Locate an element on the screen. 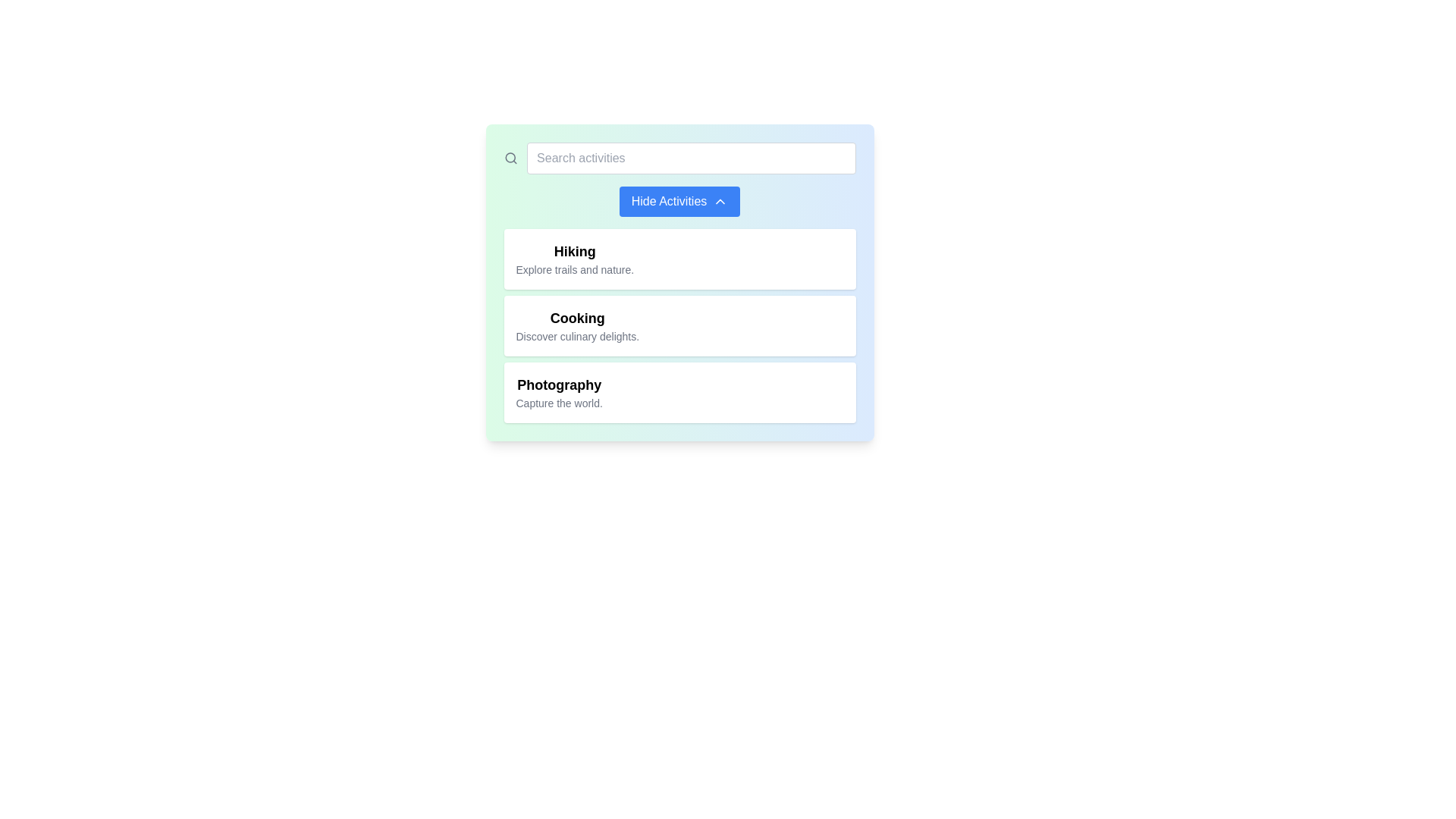 This screenshot has height=819, width=1456. description of the 'Photography' activity label located in the third section of the card-like list, positioned below 'Cooking' is located at coordinates (558, 391).